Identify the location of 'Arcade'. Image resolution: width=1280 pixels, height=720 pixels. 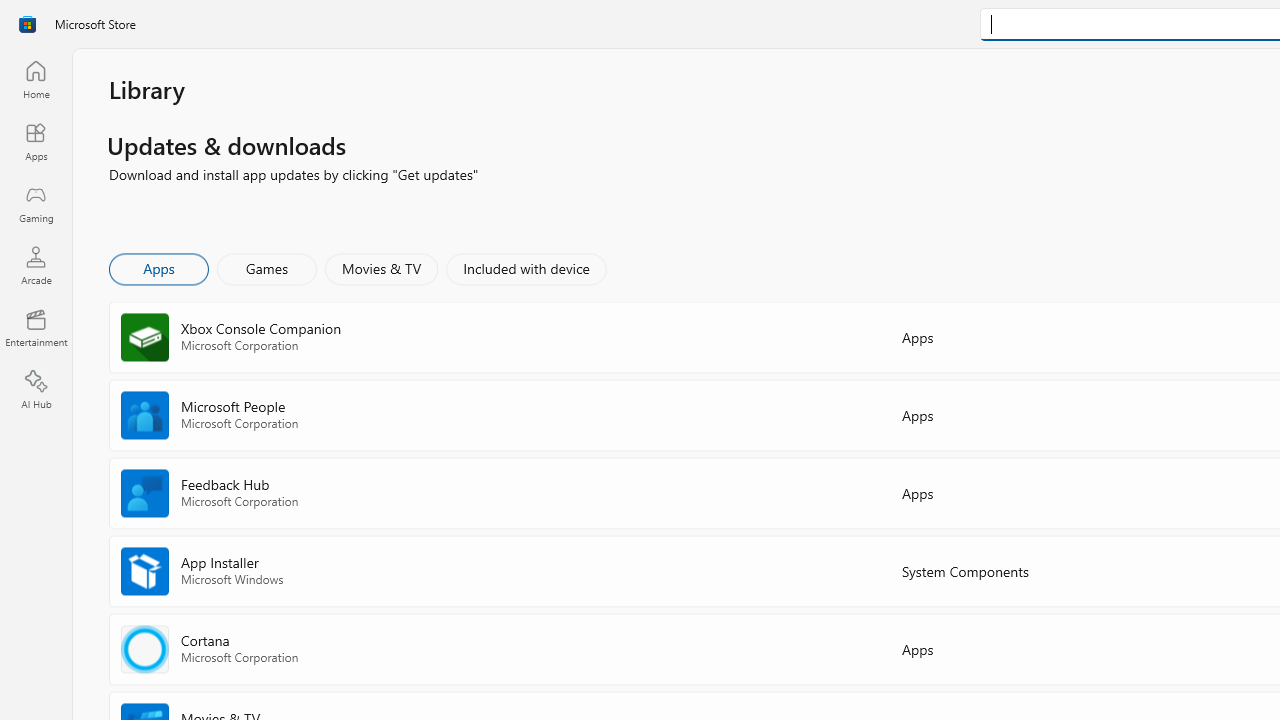
(35, 264).